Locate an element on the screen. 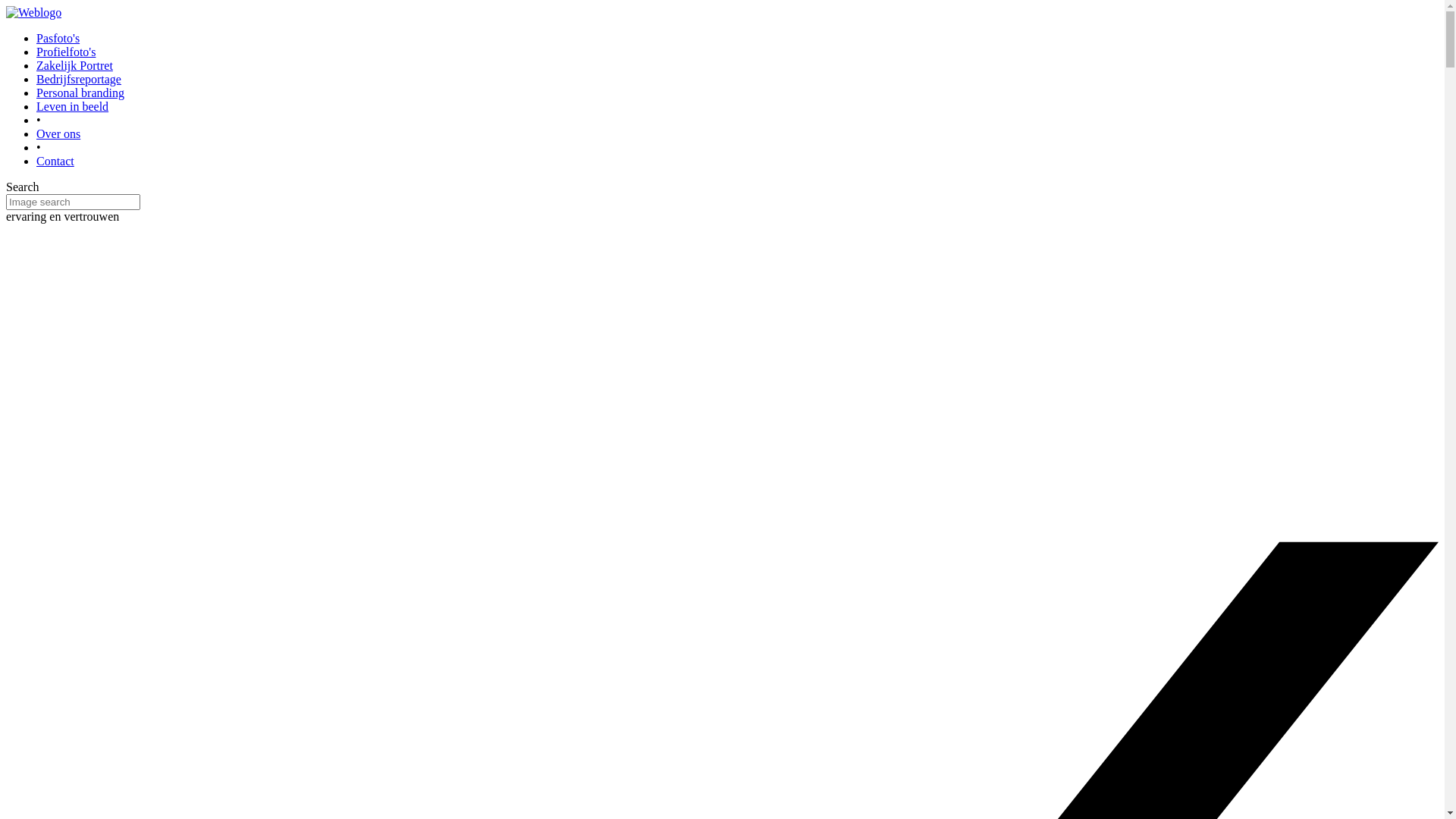 This screenshot has height=819, width=1456. 'Personal branding' is located at coordinates (79, 93).